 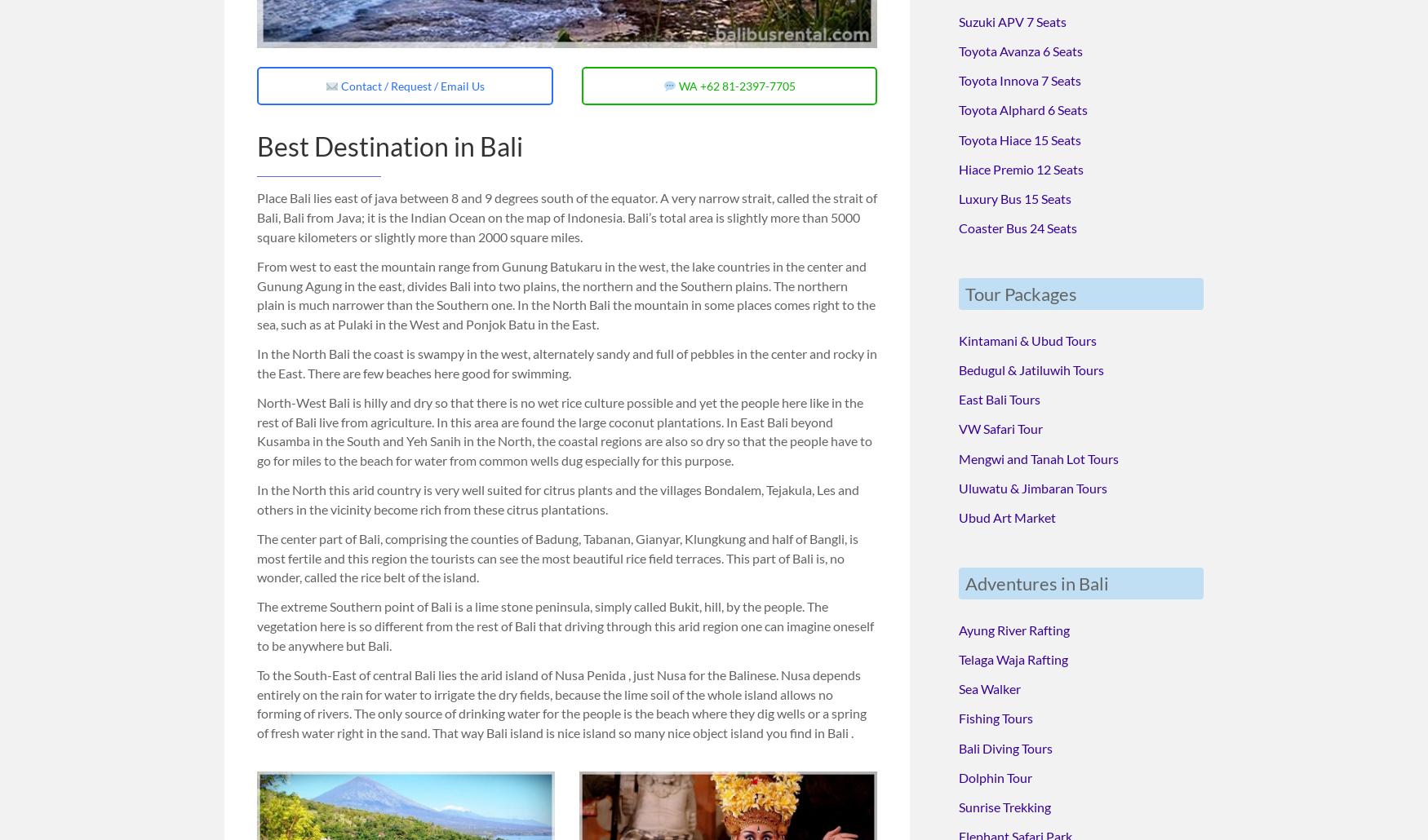 What do you see at coordinates (1012, 20) in the screenshot?
I see `'Suzuki APV 7 Seats'` at bounding box center [1012, 20].